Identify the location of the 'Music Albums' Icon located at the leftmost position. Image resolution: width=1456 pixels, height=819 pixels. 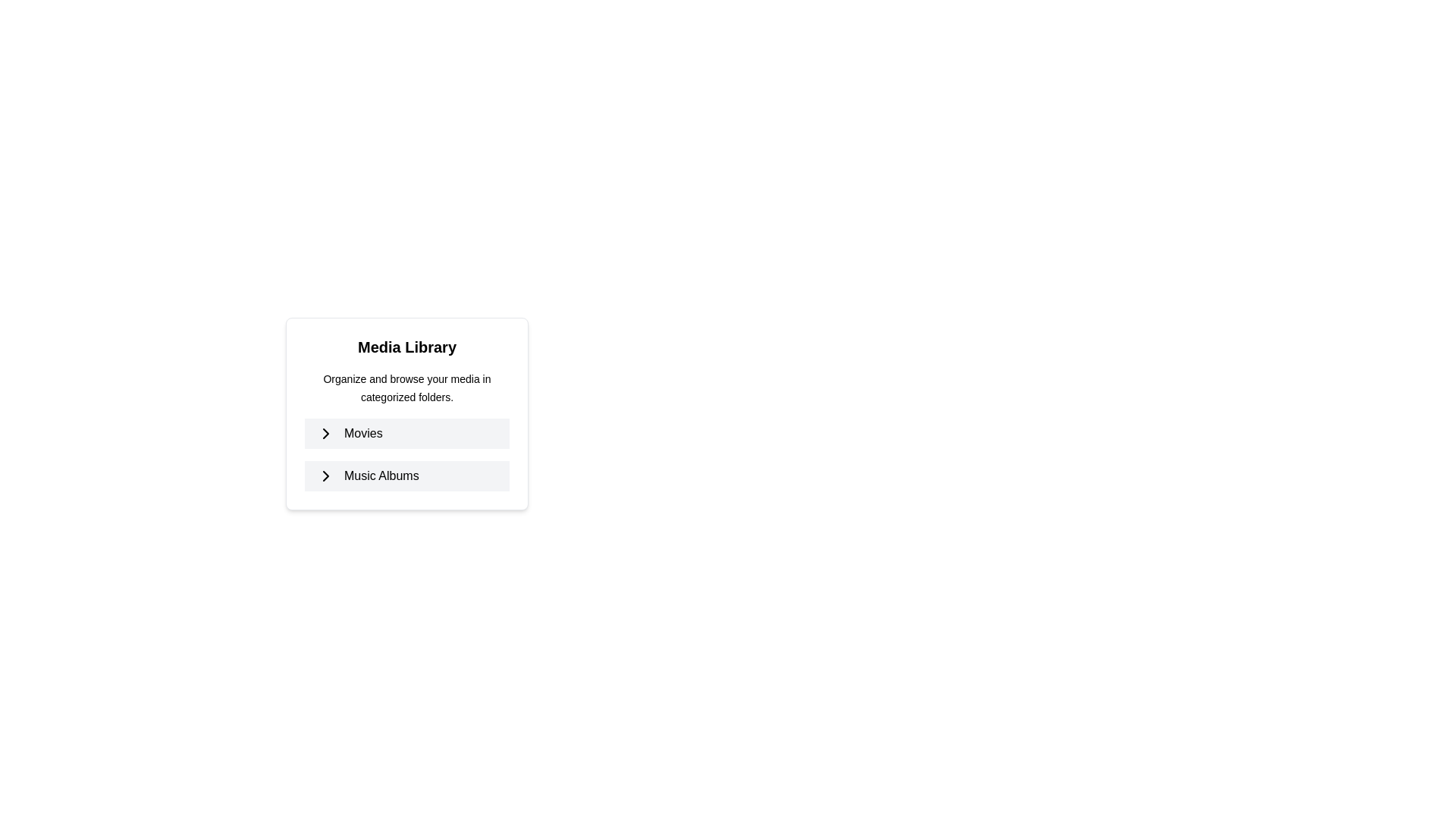
(325, 475).